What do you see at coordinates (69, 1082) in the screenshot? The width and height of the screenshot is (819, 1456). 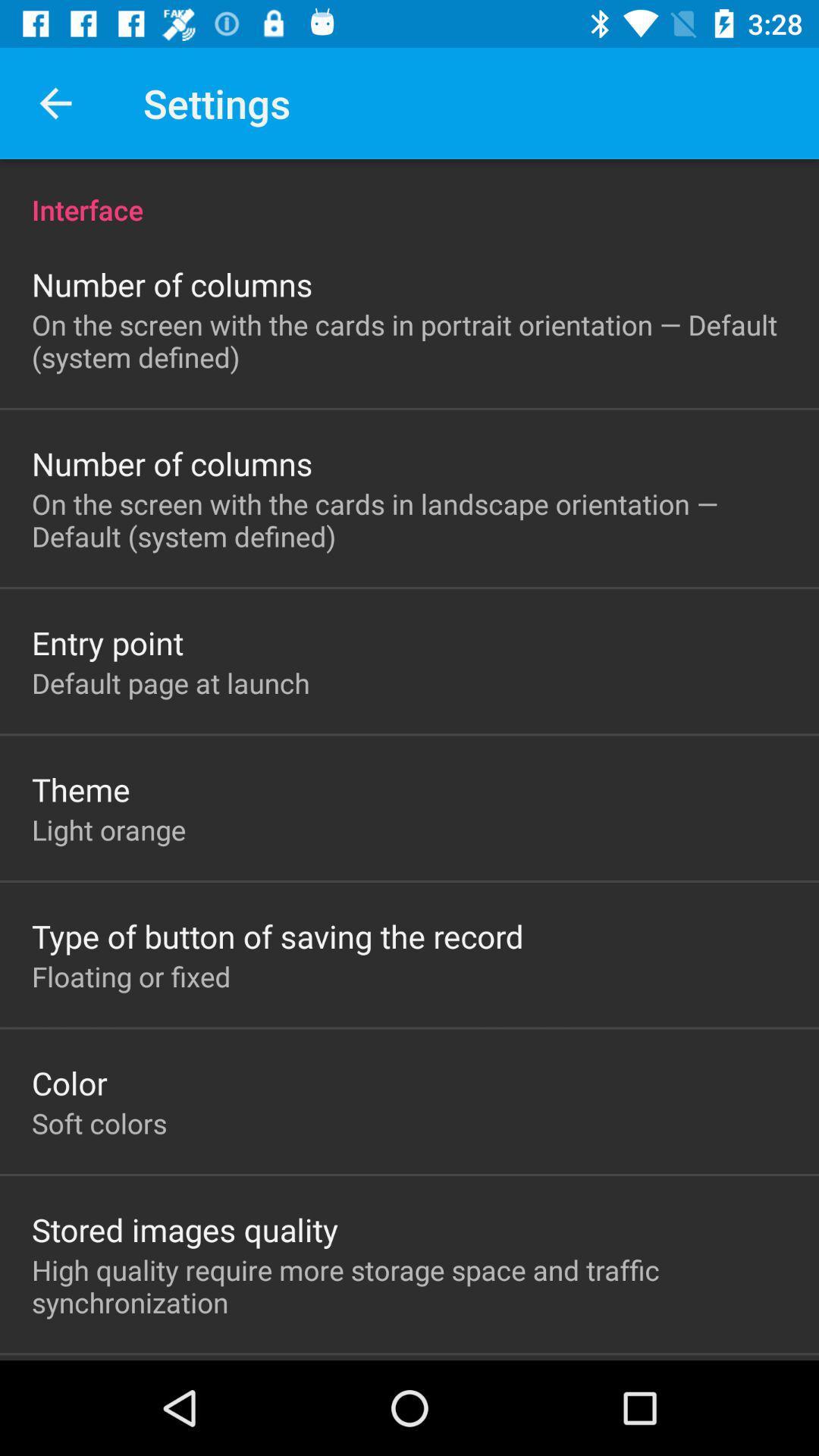 I see `the color item` at bounding box center [69, 1082].